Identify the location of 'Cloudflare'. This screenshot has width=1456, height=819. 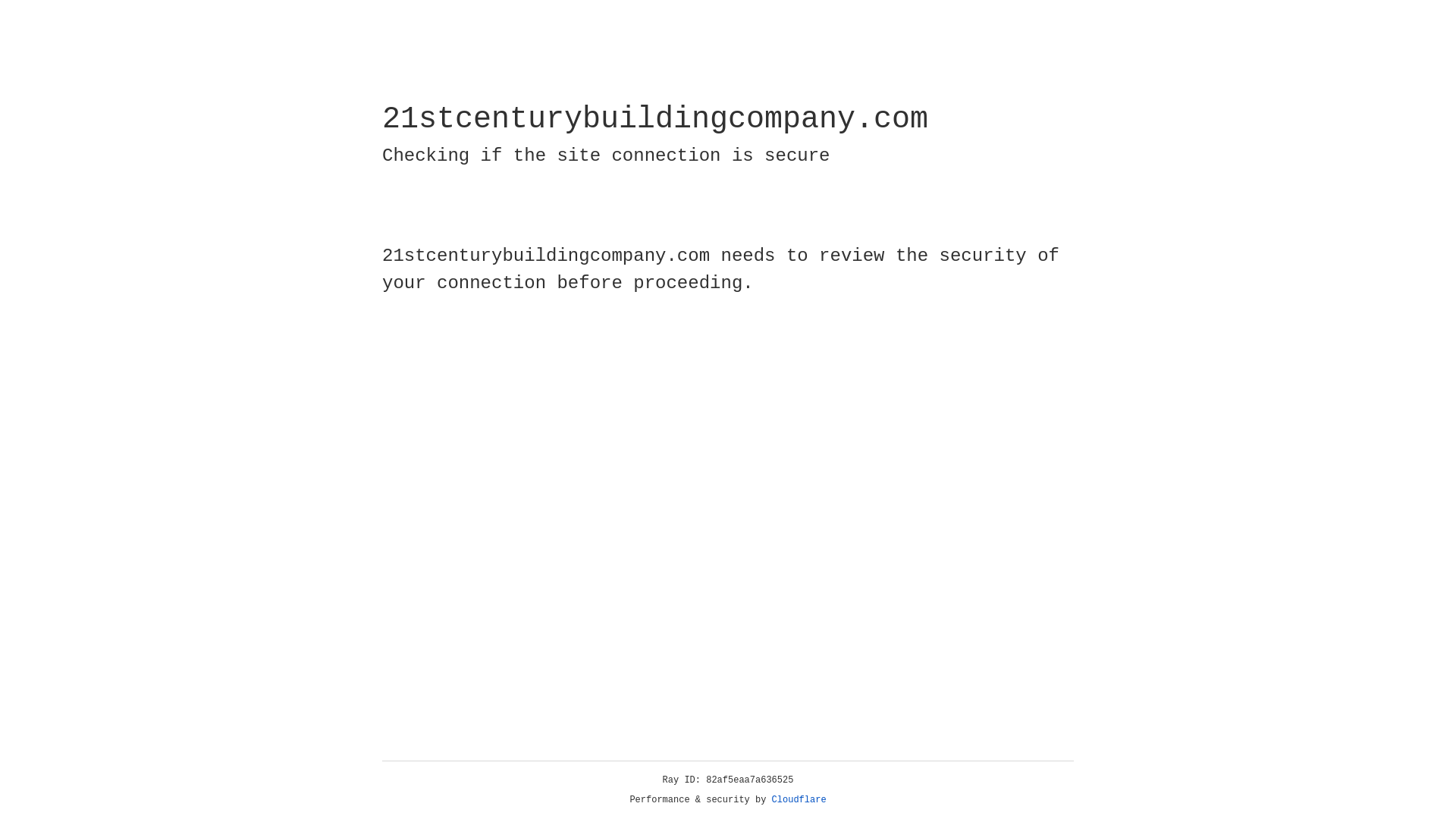
(771, 799).